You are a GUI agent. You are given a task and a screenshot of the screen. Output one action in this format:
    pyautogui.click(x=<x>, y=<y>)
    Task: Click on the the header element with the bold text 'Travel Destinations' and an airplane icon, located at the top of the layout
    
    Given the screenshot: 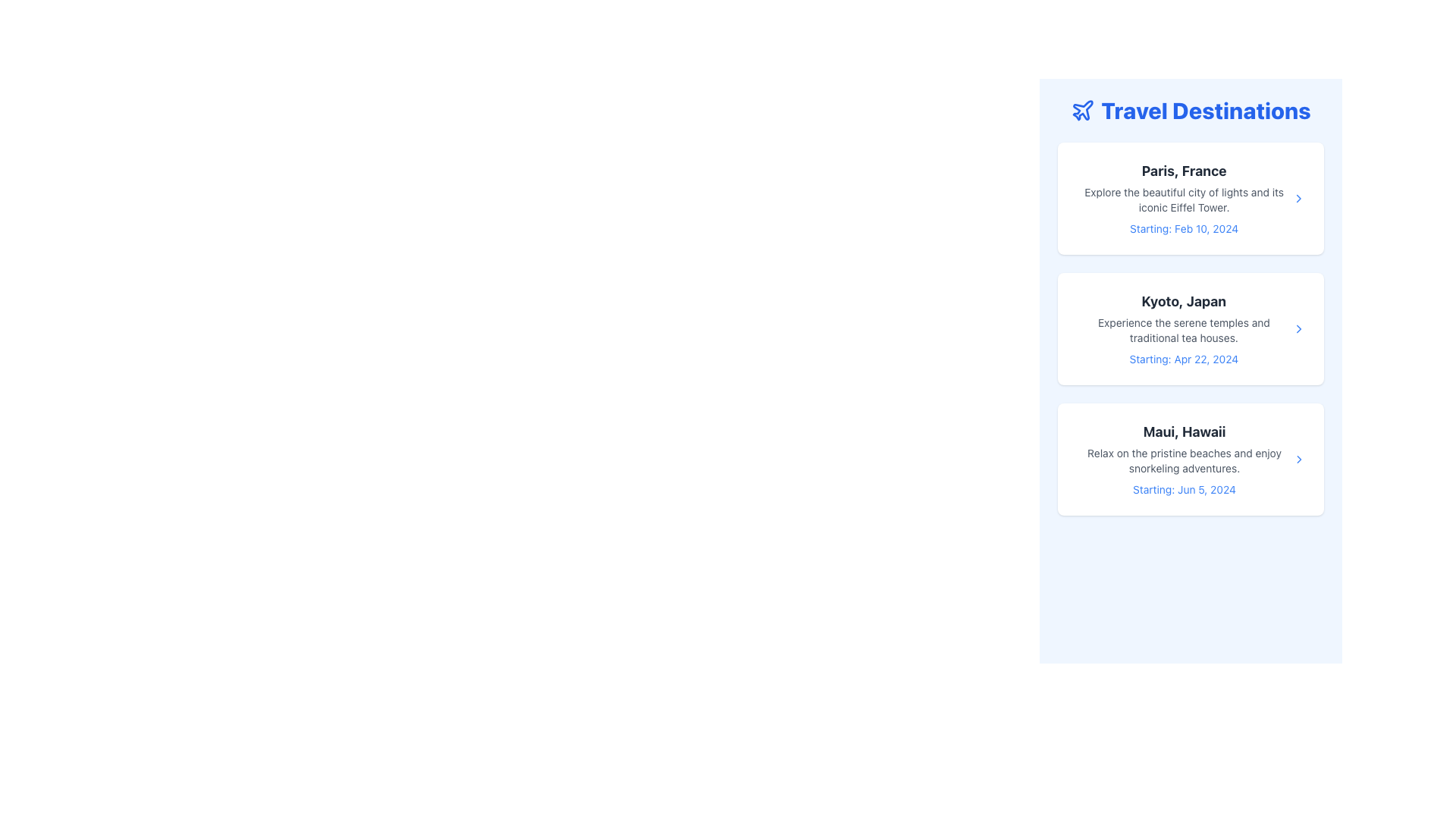 What is the action you would take?
    pyautogui.click(x=1190, y=110)
    